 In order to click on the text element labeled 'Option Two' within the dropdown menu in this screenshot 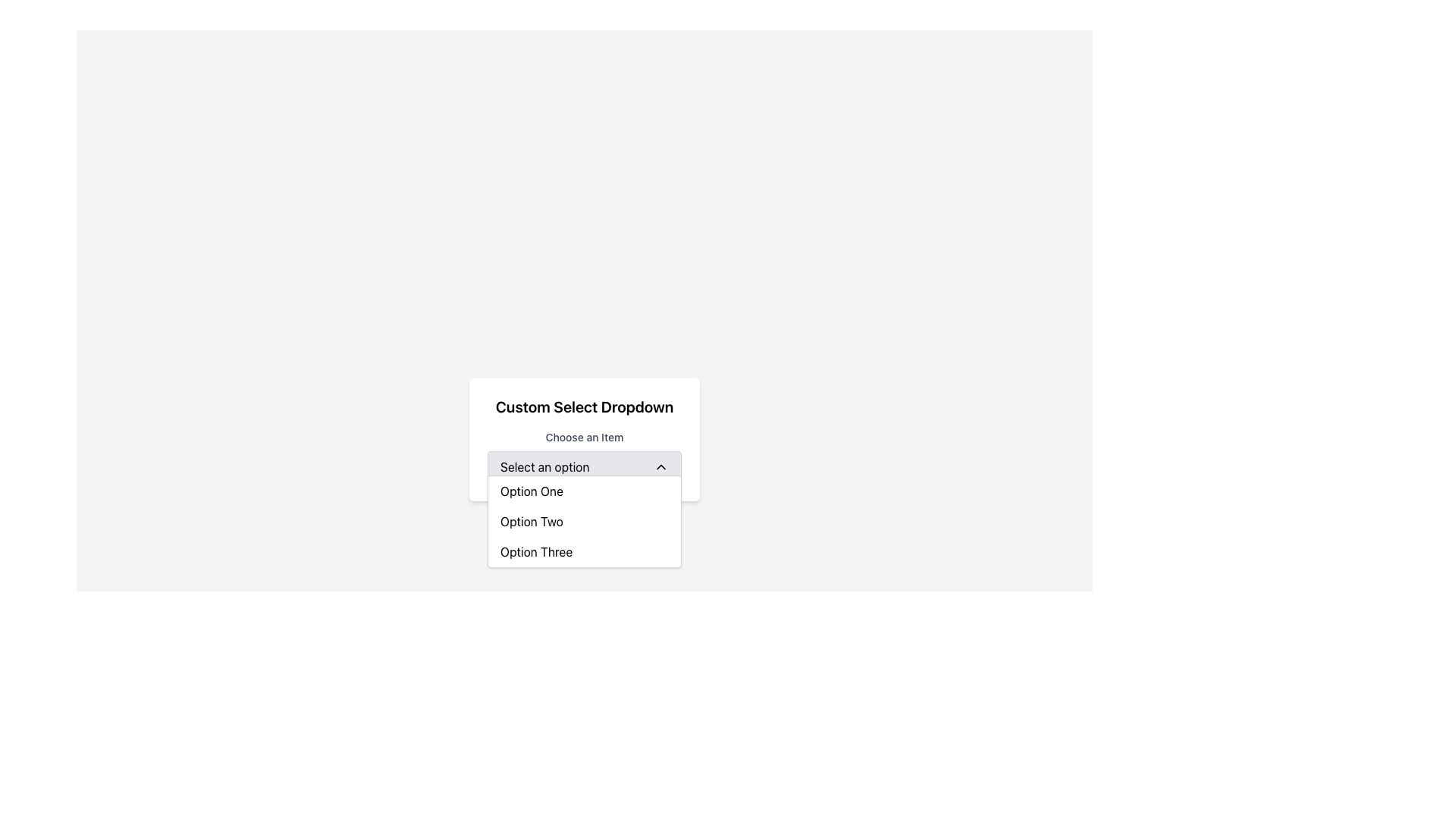, I will do `click(532, 520)`.